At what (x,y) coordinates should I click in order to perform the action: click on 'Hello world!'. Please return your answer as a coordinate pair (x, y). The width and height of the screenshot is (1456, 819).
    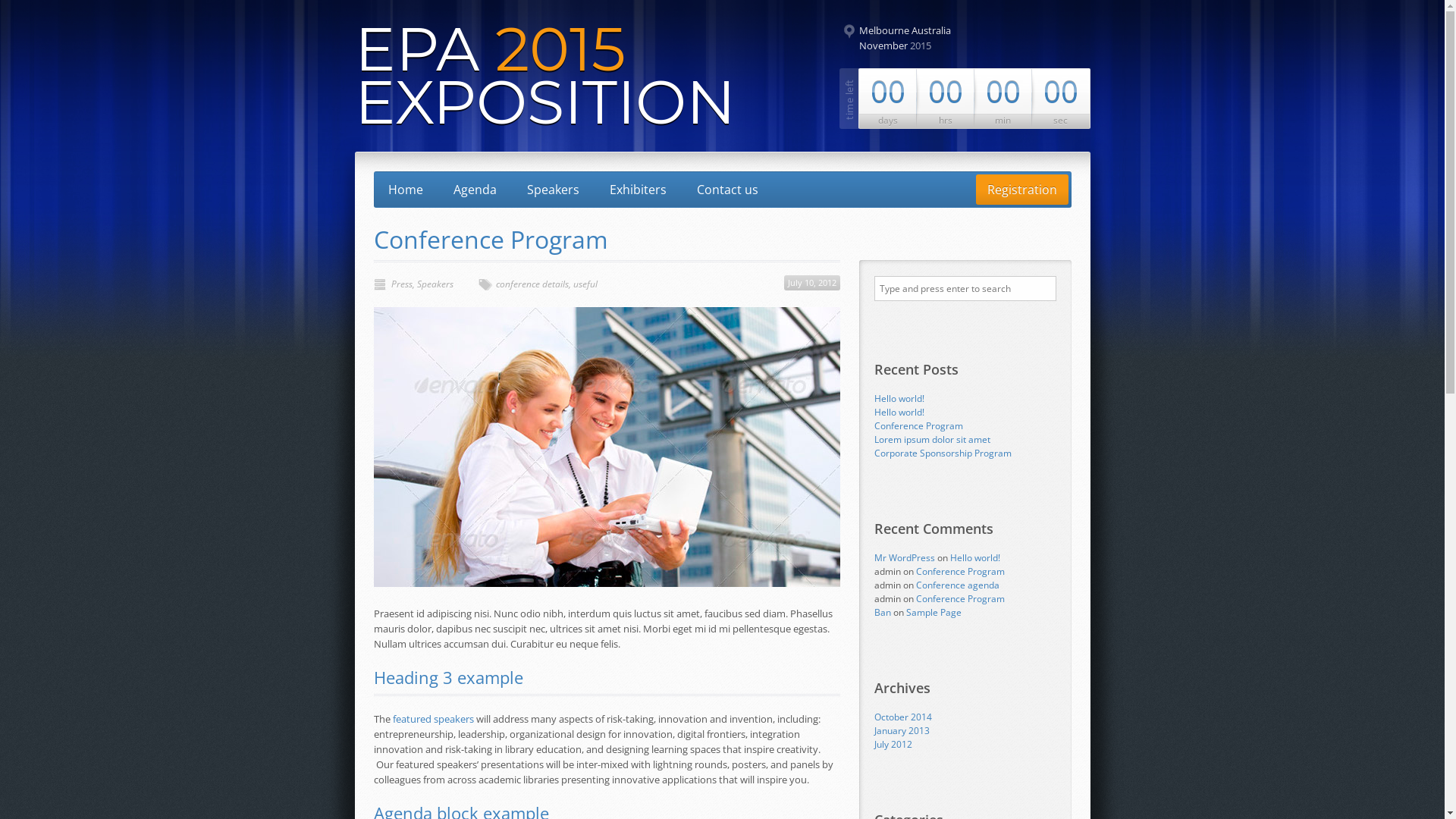
    Looking at the image, I should click on (974, 557).